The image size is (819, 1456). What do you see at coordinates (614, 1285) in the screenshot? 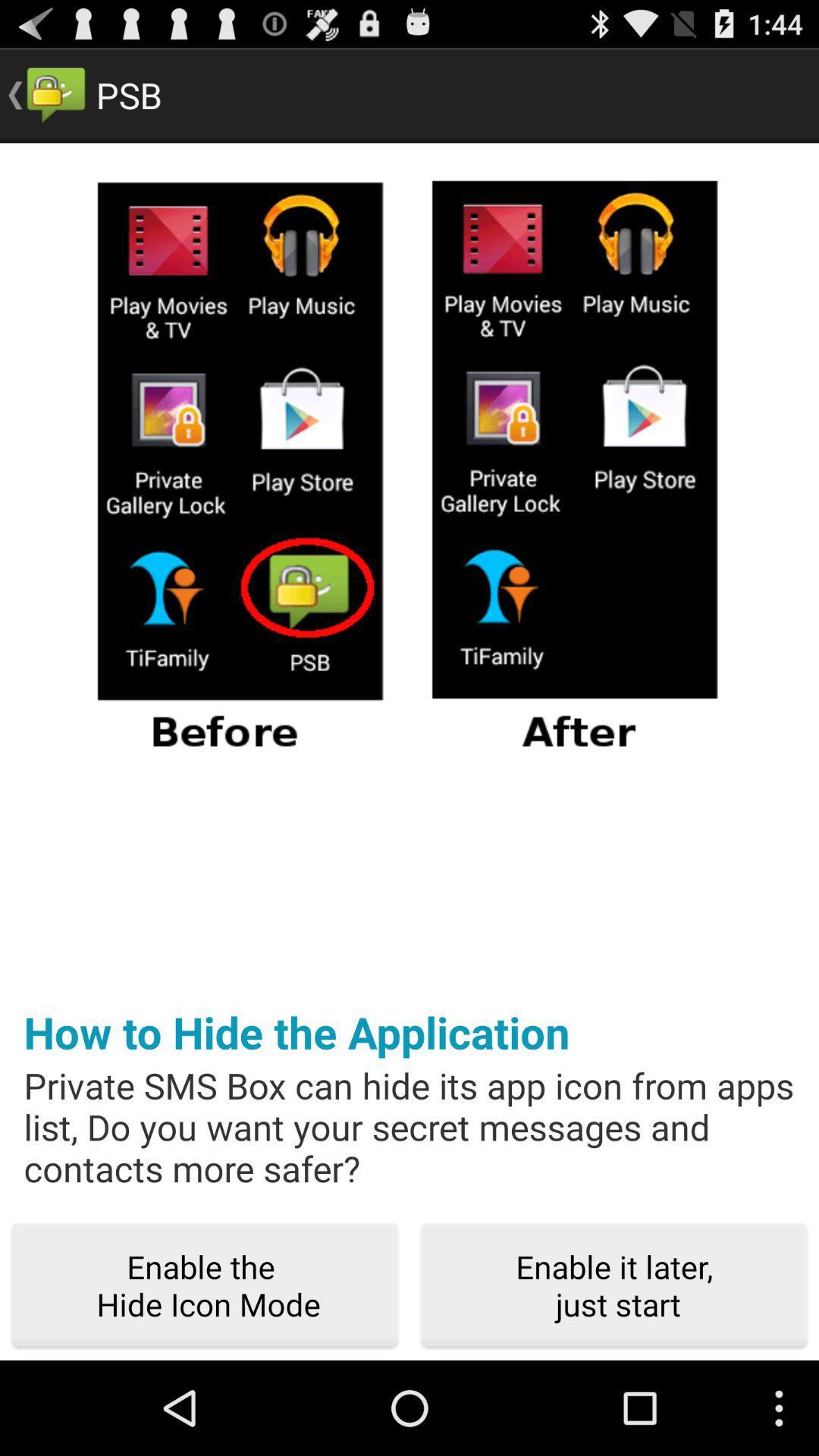
I see `the app below private sms box app` at bounding box center [614, 1285].